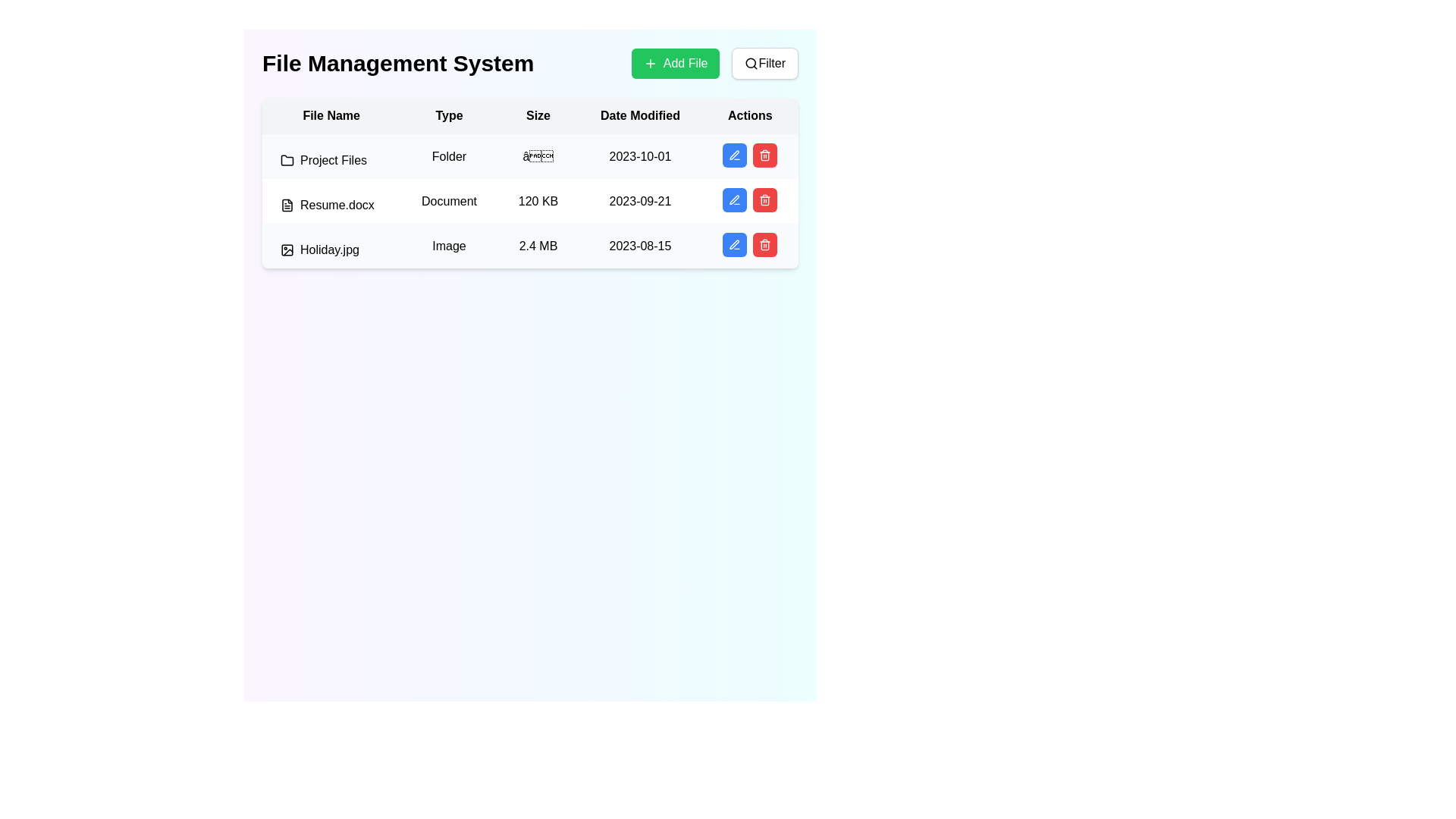 The height and width of the screenshot is (819, 1456). What do you see at coordinates (735, 155) in the screenshot?
I see `the small pen icon embedded within a blue circular button located in the 'Actions' column of the second row of the interface's table` at bounding box center [735, 155].